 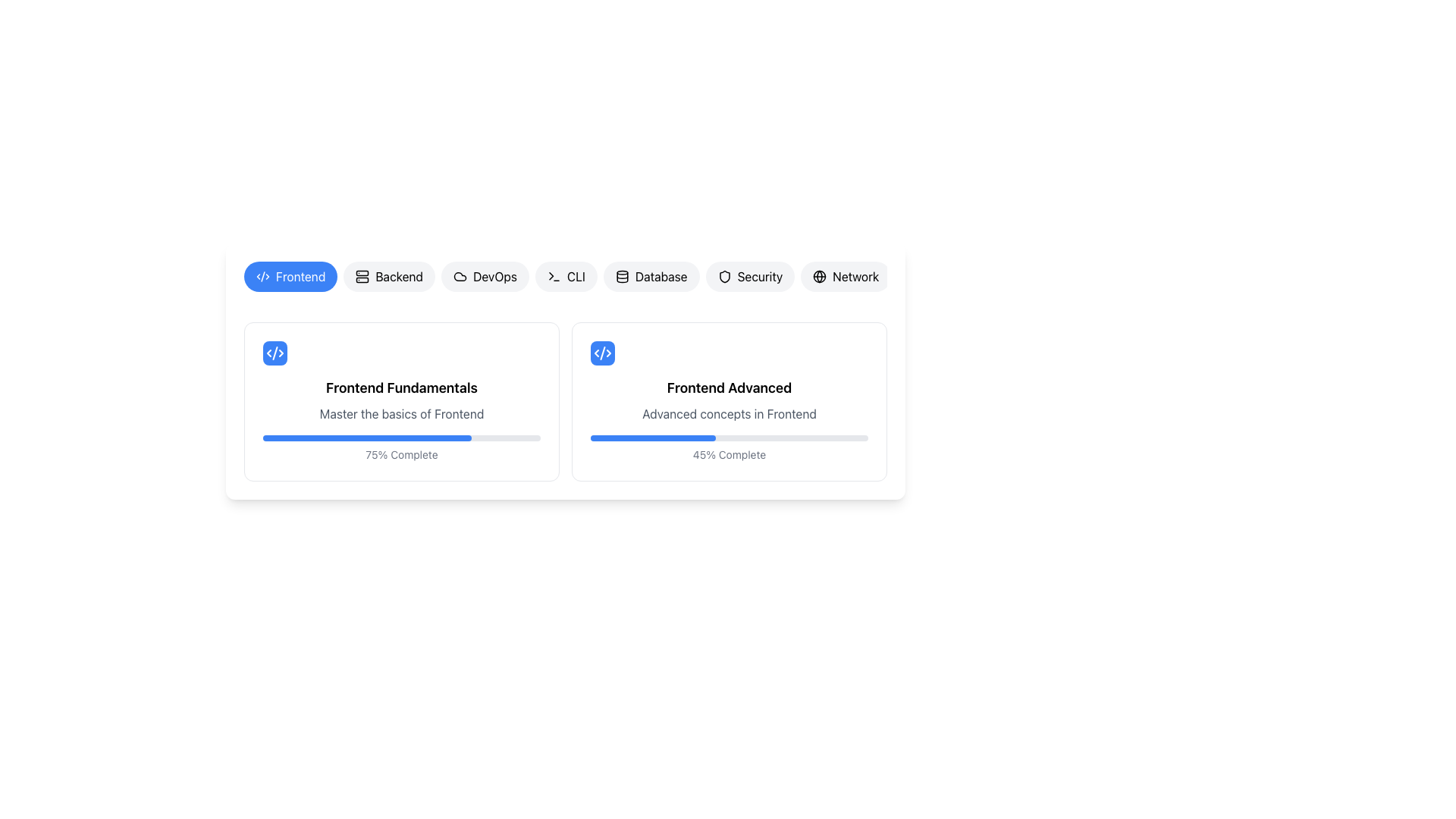 I want to click on the 'Frontend' button located at the top left of the button row, so click(x=290, y=277).